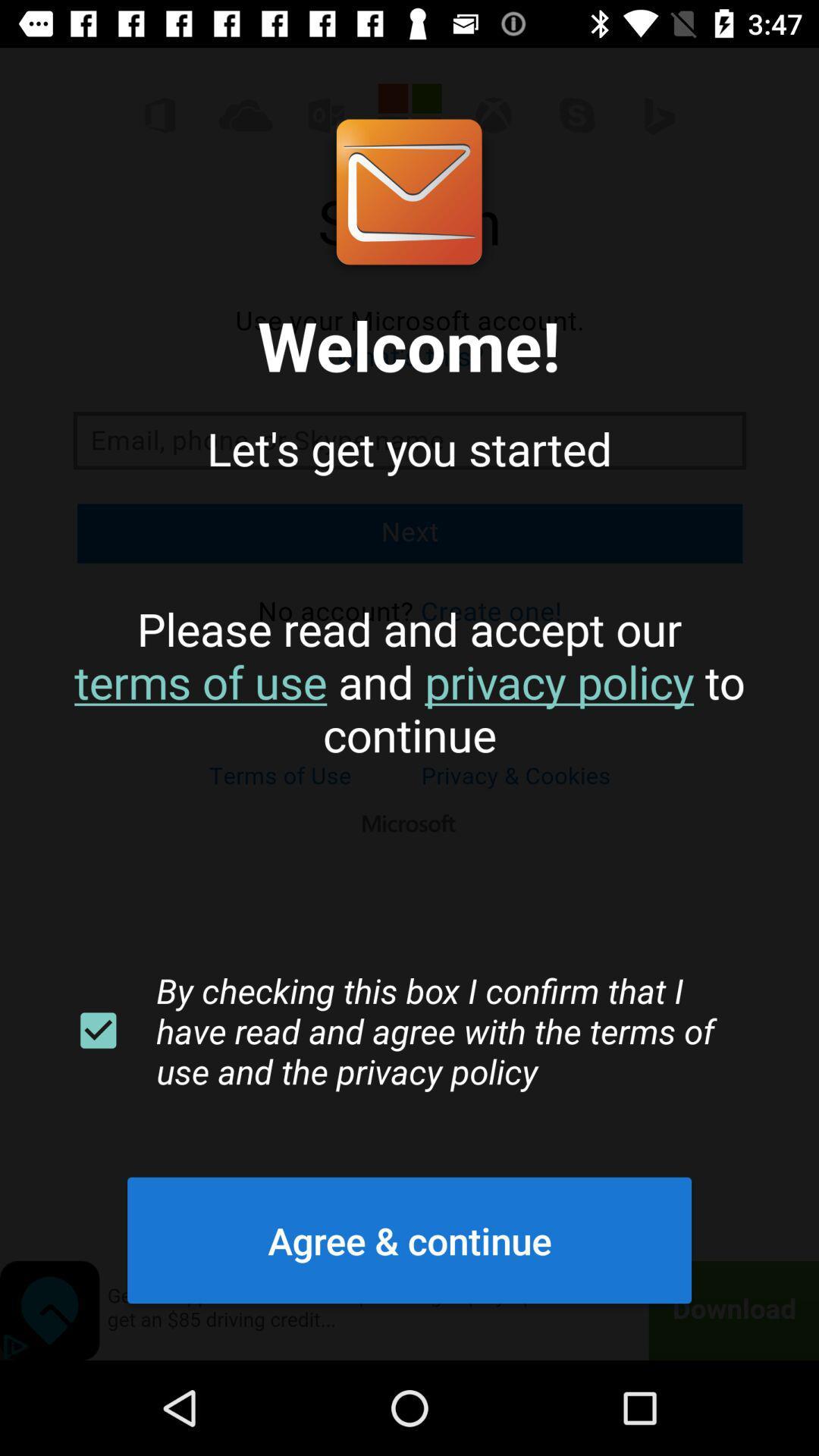  I want to click on agree & continue, so click(409, 1240).